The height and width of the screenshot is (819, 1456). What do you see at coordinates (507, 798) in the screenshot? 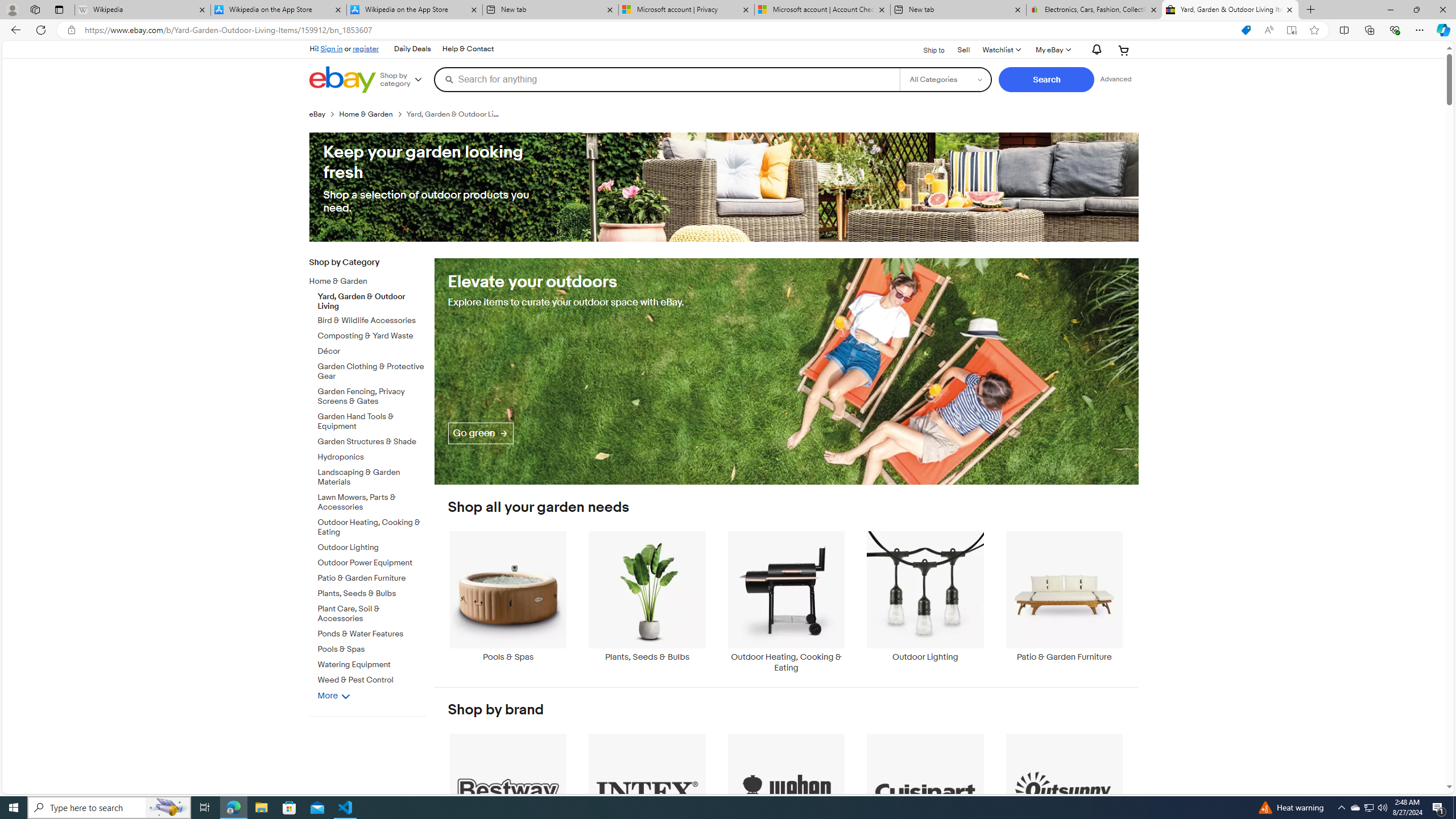
I see `'Bestway'` at bounding box center [507, 798].